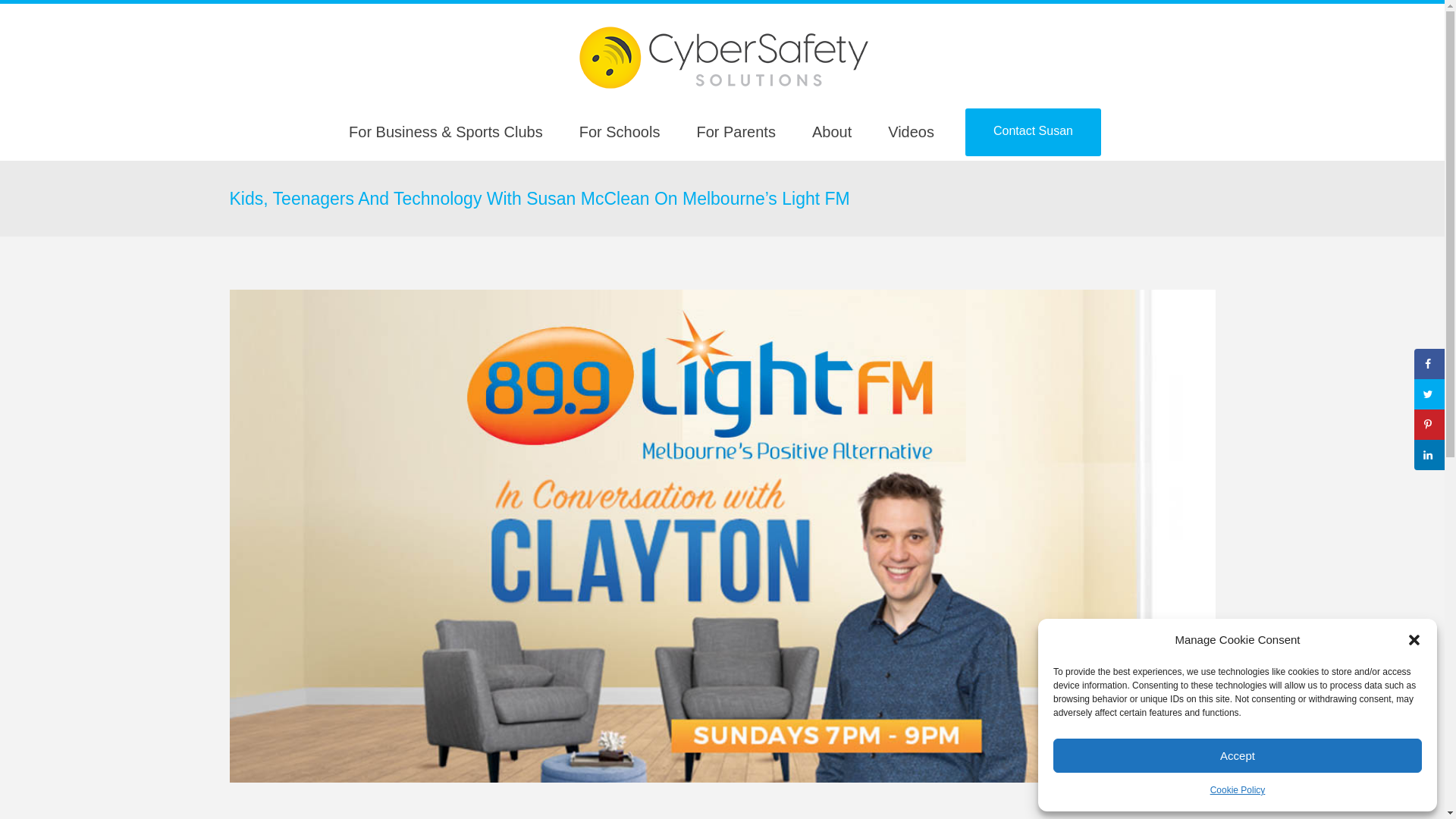 The width and height of the screenshot is (1456, 819). What do you see at coordinates (831, 131) in the screenshot?
I see `'About'` at bounding box center [831, 131].